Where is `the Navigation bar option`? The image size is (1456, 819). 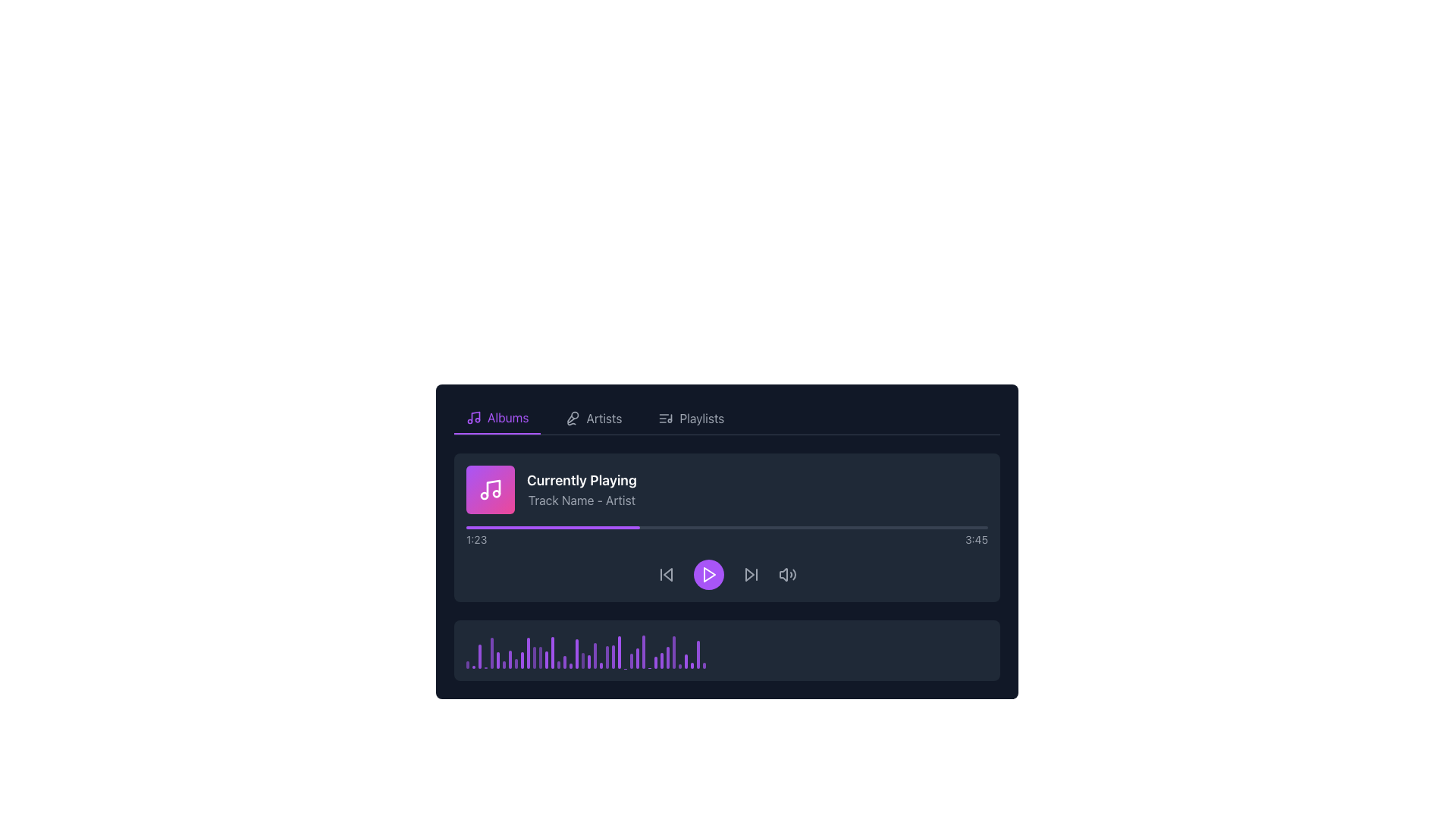
the Navigation bar option is located at coordinates (726, 419).